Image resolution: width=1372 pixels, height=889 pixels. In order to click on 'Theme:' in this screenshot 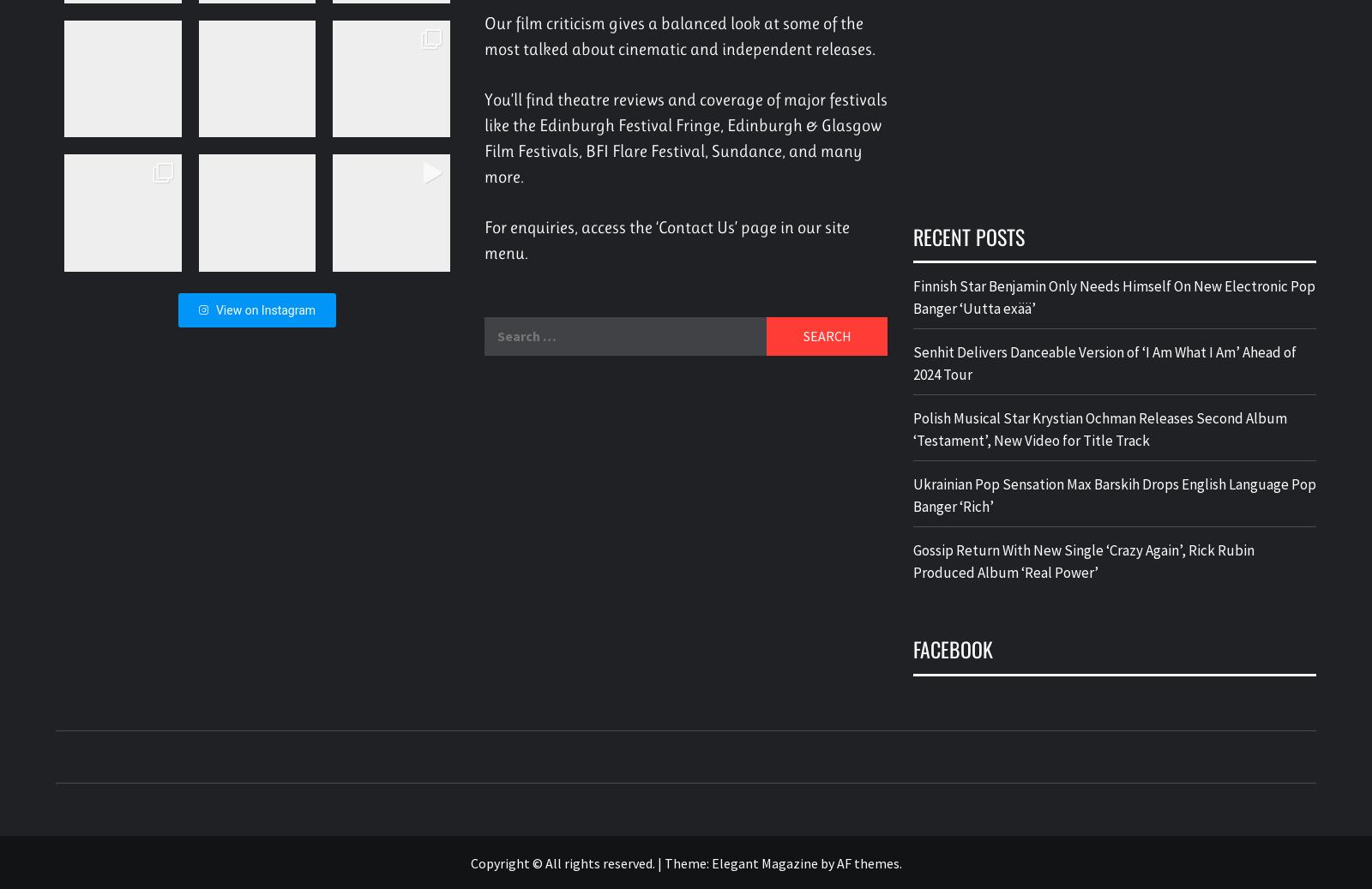, I will do `click(664, 862)`.